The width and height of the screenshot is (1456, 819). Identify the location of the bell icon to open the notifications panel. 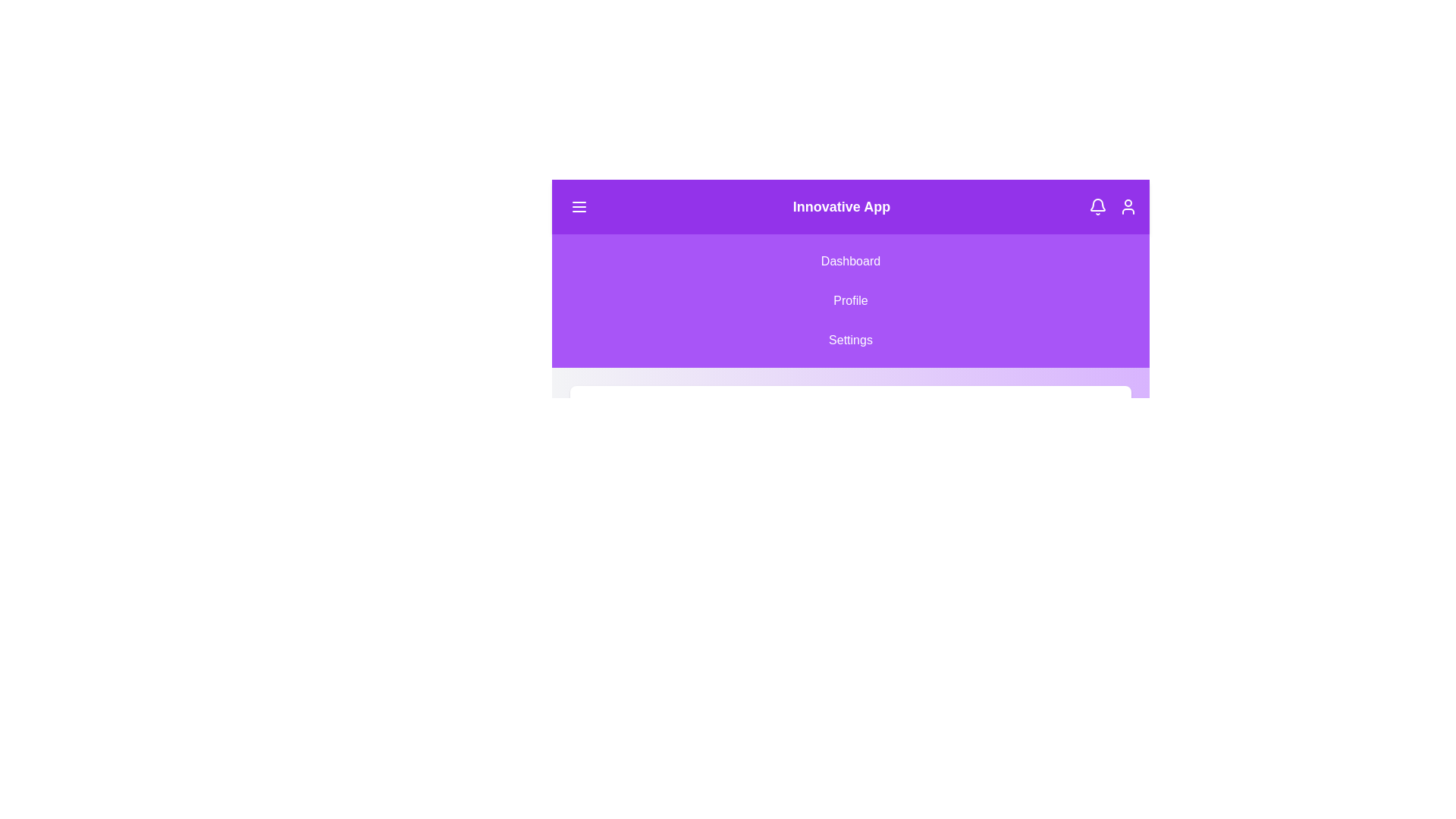
(1098, 207).